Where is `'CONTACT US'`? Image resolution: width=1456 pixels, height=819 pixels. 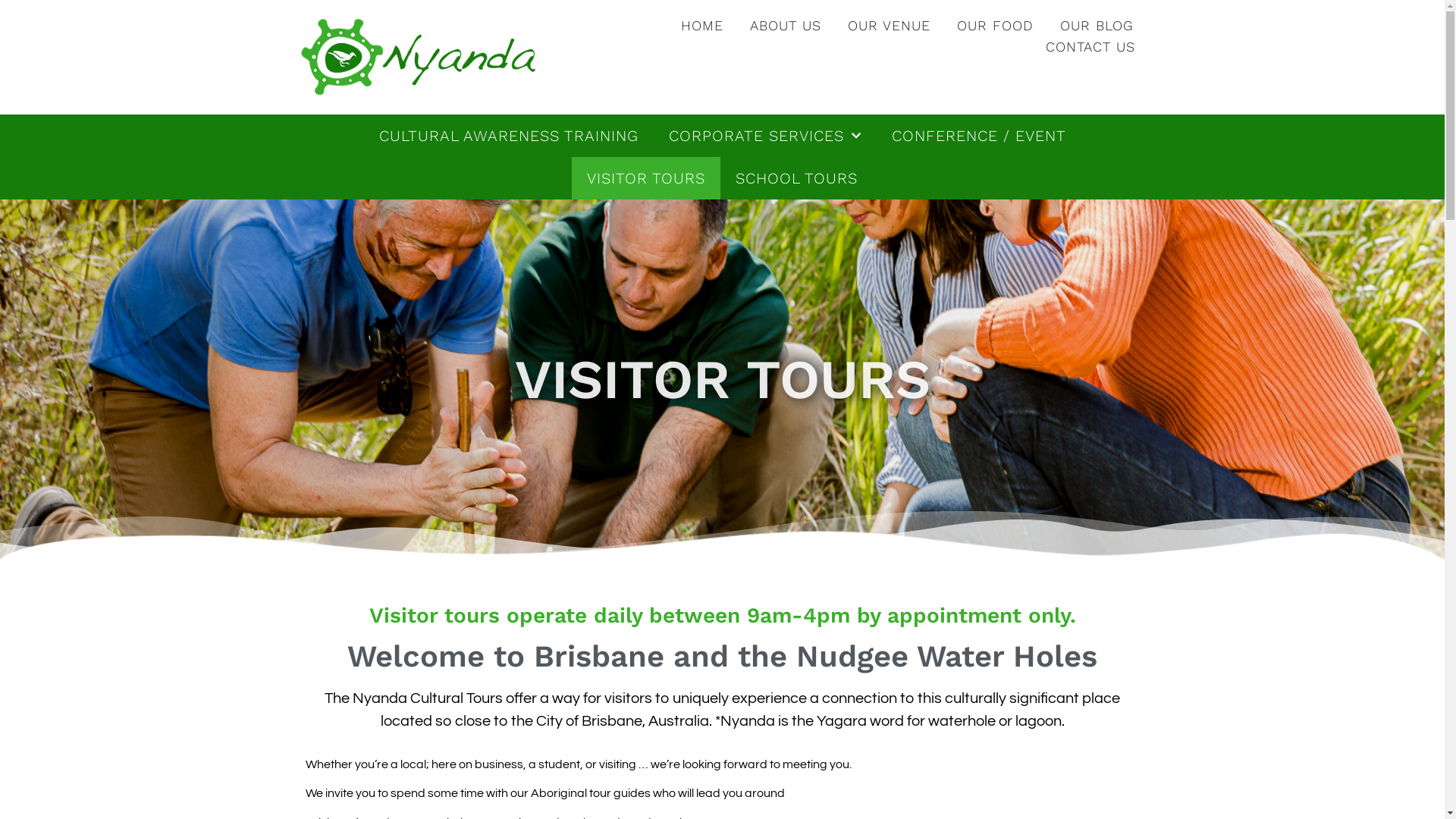
'CONTACT US' is located at coordinates (1090, 45).